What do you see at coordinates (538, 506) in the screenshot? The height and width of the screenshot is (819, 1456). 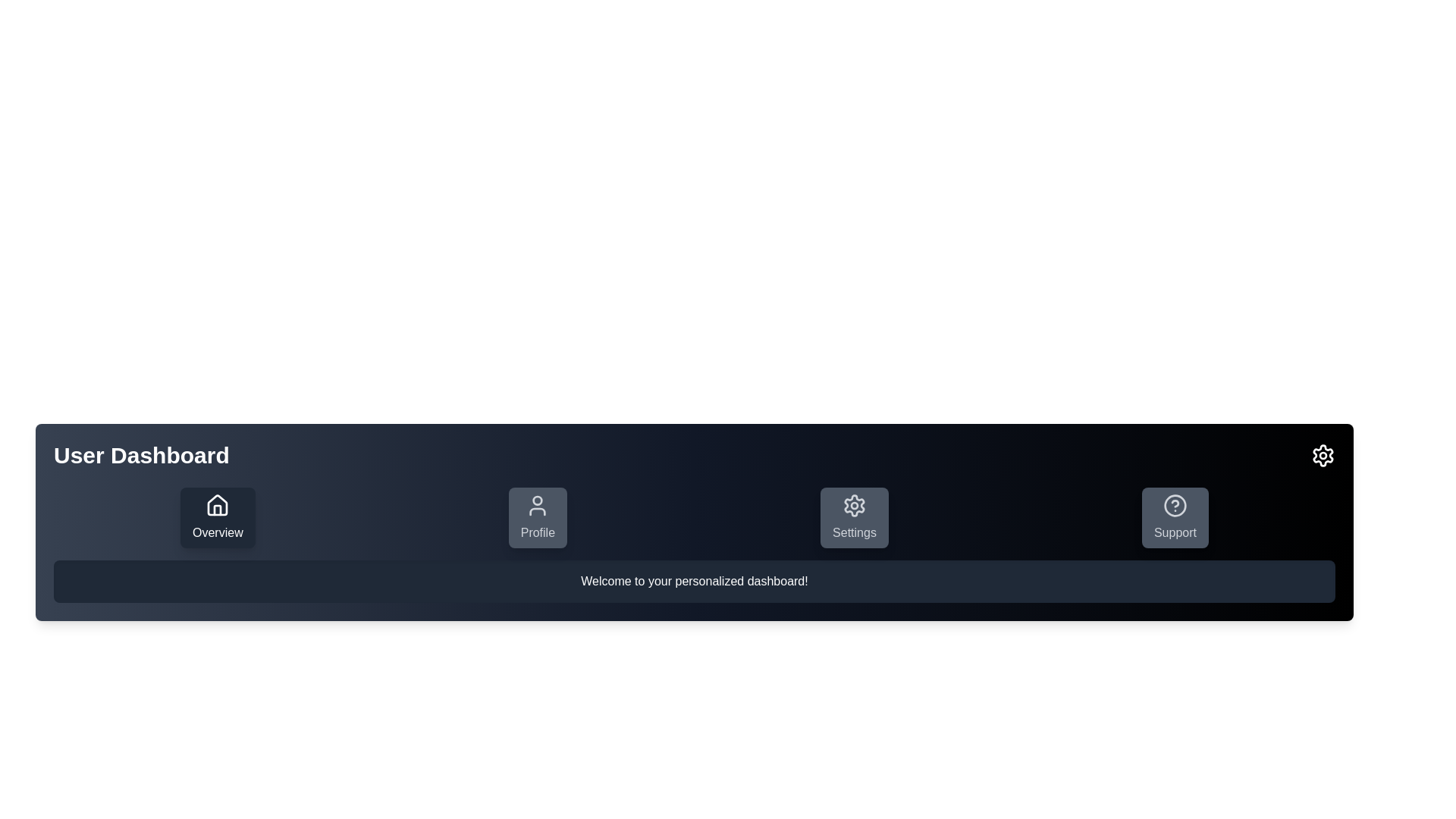 I see `the Profile Icon located in the navigation bar, which is the second button between Overview and Settings` at bounding box center [538, 506].